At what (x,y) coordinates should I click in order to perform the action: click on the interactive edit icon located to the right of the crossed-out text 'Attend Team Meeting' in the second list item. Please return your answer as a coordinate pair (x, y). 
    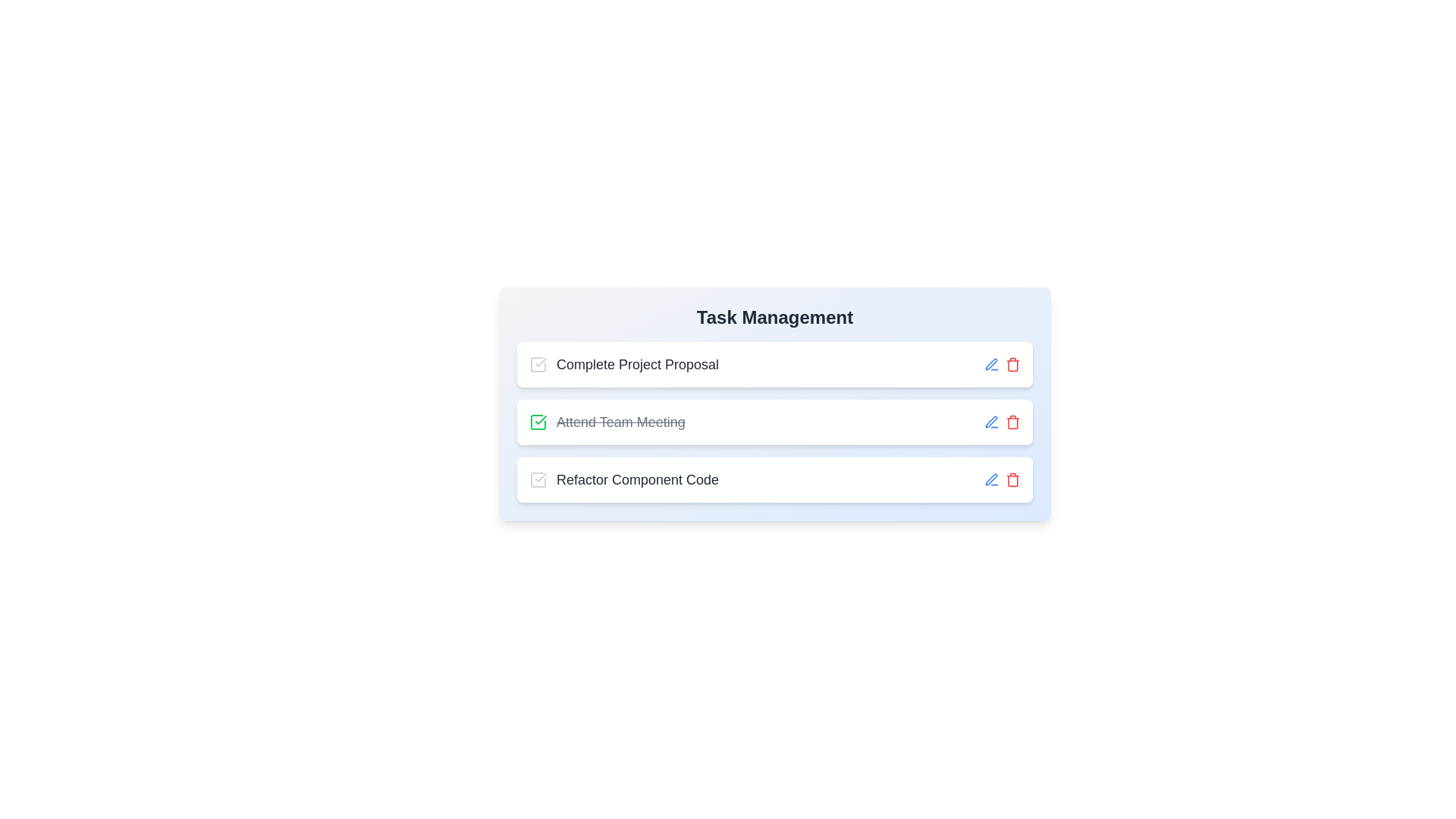
    Looking at the image, I should click on (991, 364).